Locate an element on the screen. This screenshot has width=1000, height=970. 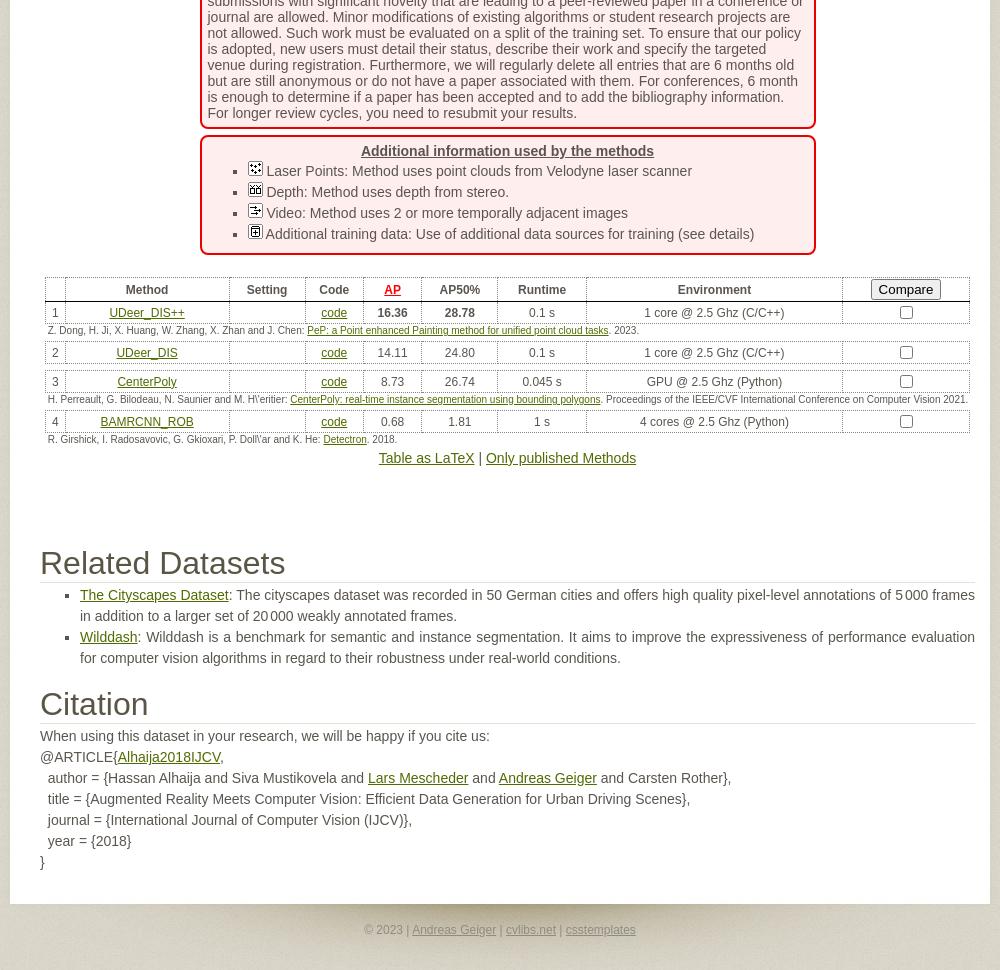
'Setting' is located at coordinates (266, 287).